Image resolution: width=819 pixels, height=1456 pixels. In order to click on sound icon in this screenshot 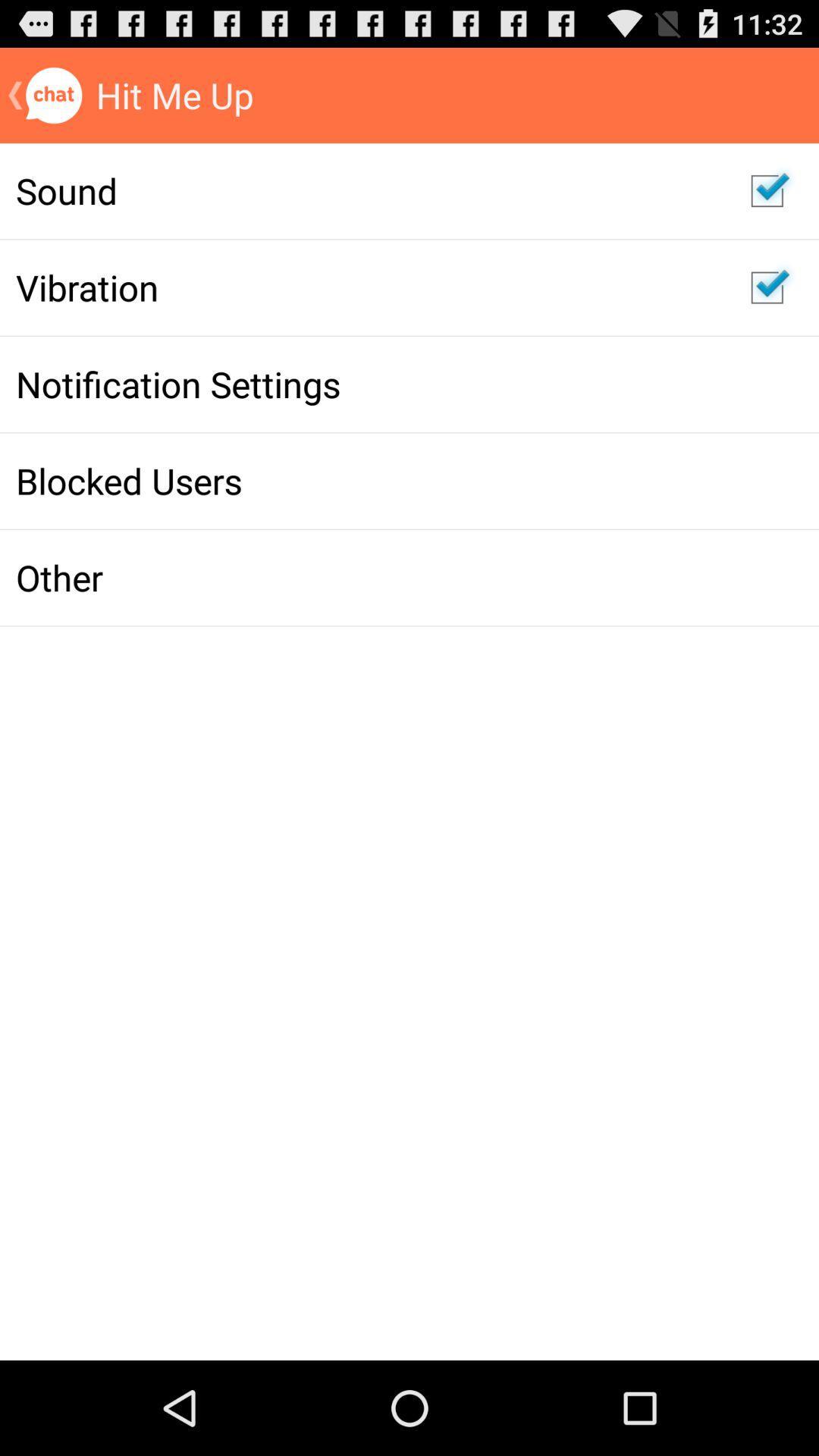, I will do `click(367, 190)`.